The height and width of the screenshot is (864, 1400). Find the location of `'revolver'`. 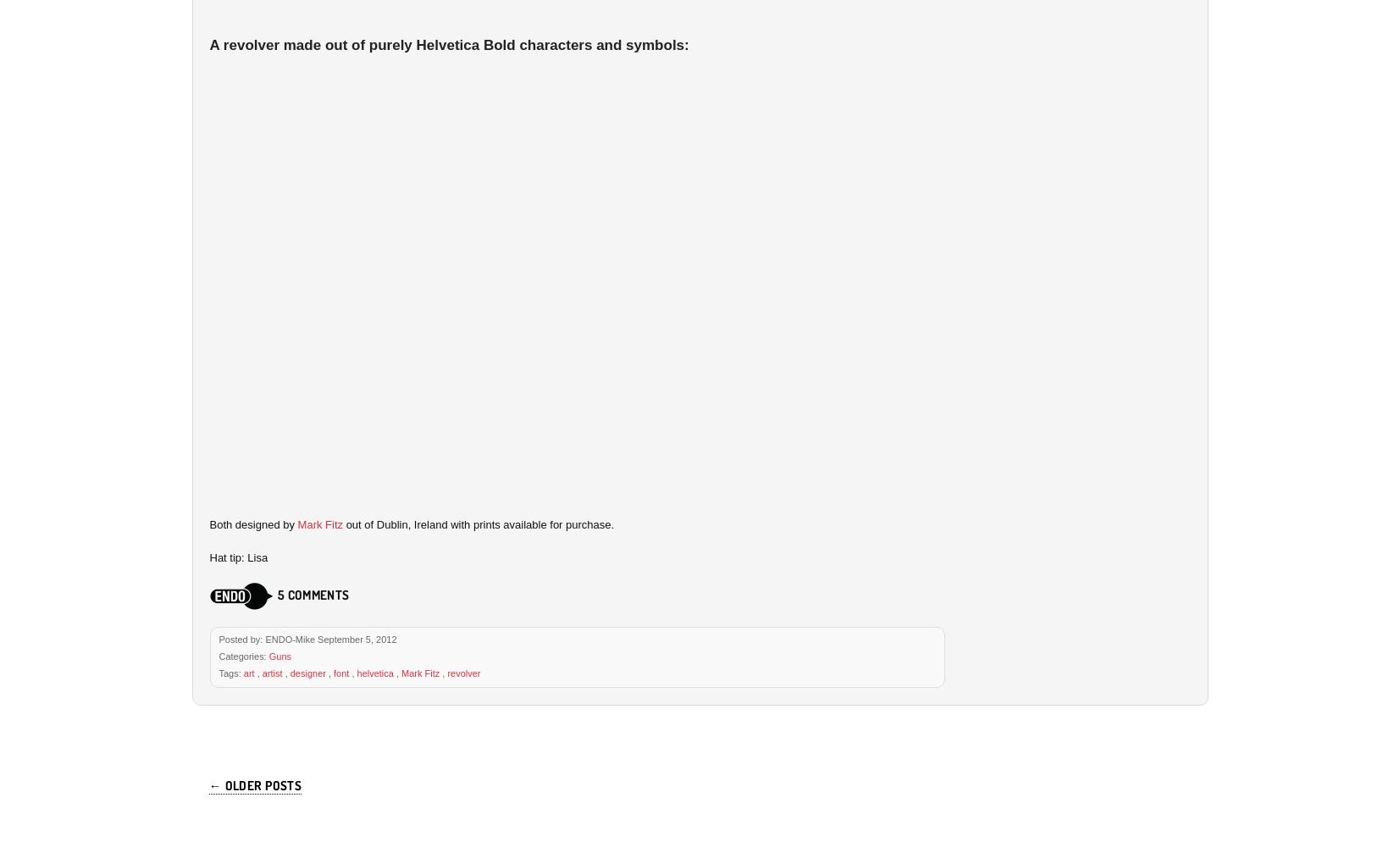

'revolver' is located at coordinates (462, 671).